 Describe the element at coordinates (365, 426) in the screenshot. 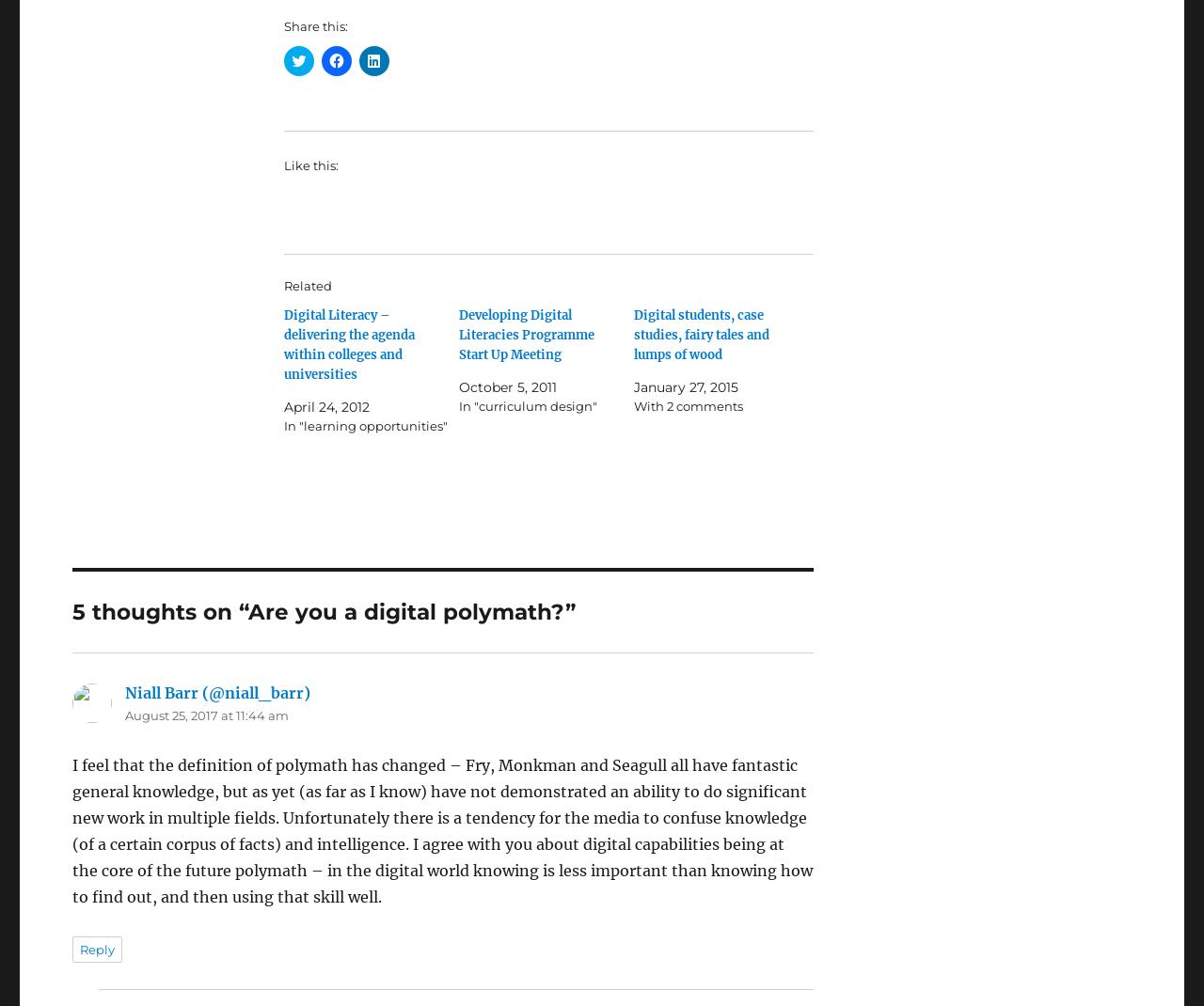

I see `'In "learning opportunities"'` at that location.